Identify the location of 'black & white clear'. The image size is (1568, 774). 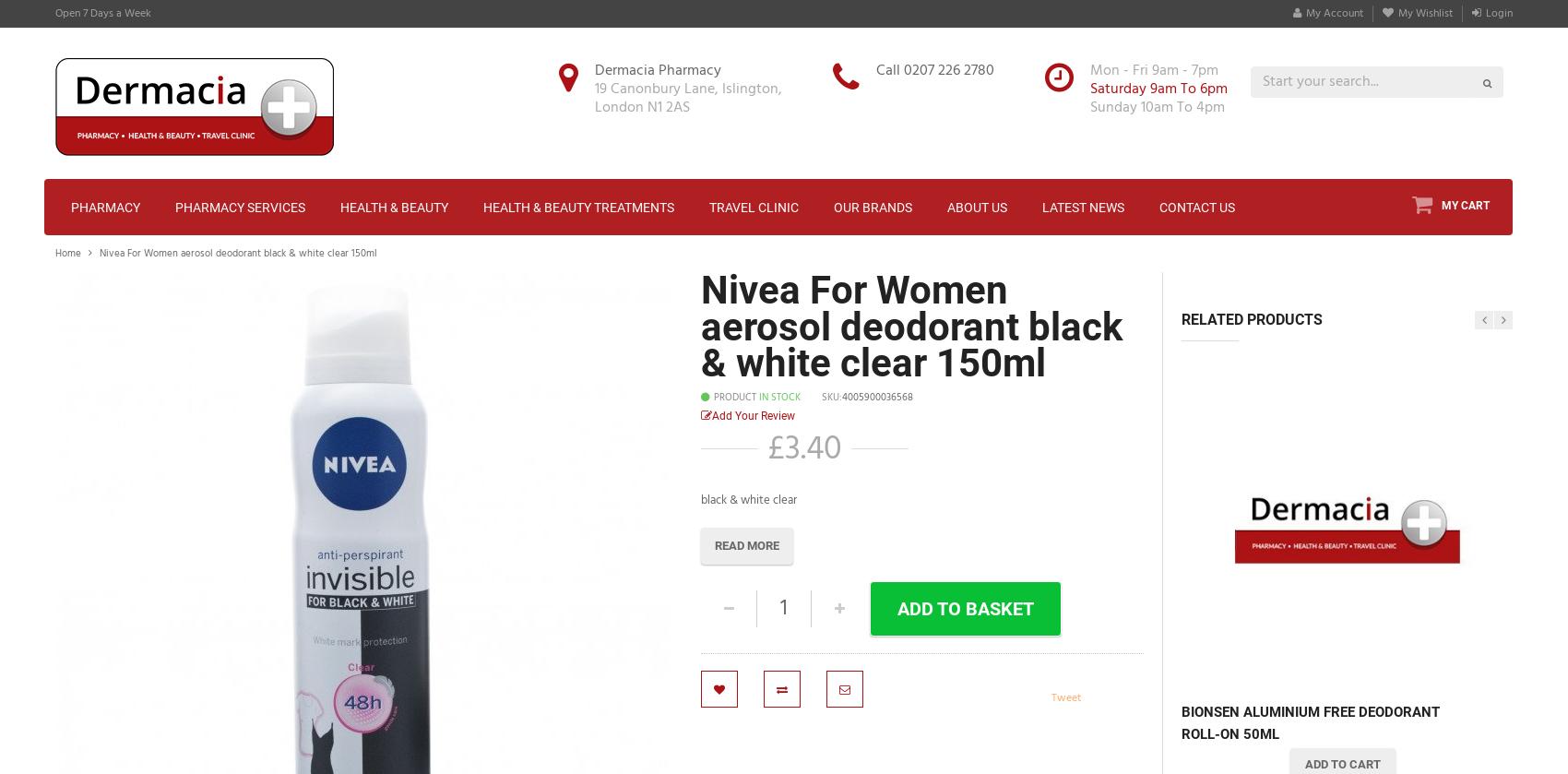
(700, 499).